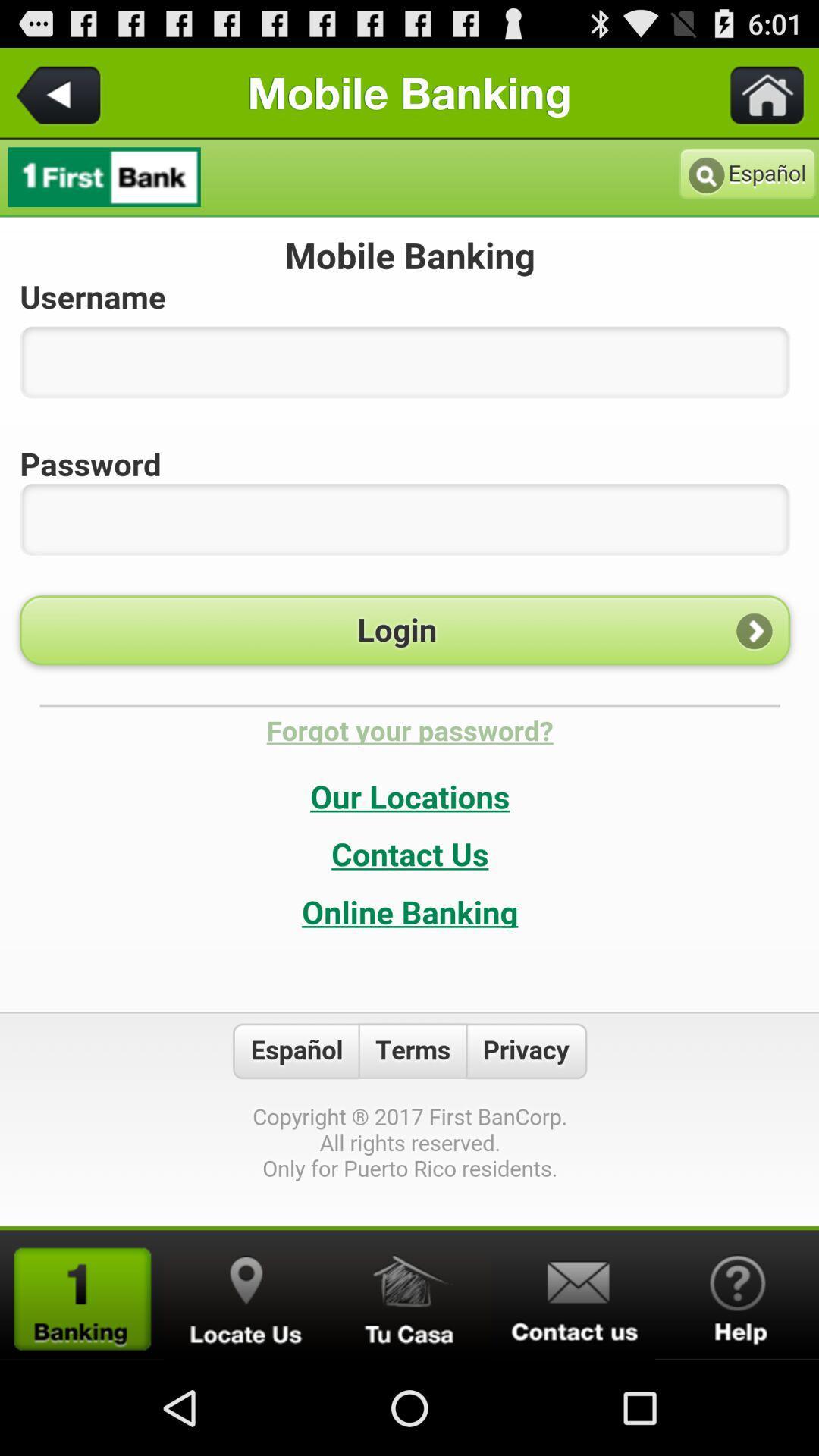 The height and width of the screenshot is (1456, 819). What do you see at coordinates (736, 1294) in the screenshot?
I see `open help` at bounding box center [736, 1294].